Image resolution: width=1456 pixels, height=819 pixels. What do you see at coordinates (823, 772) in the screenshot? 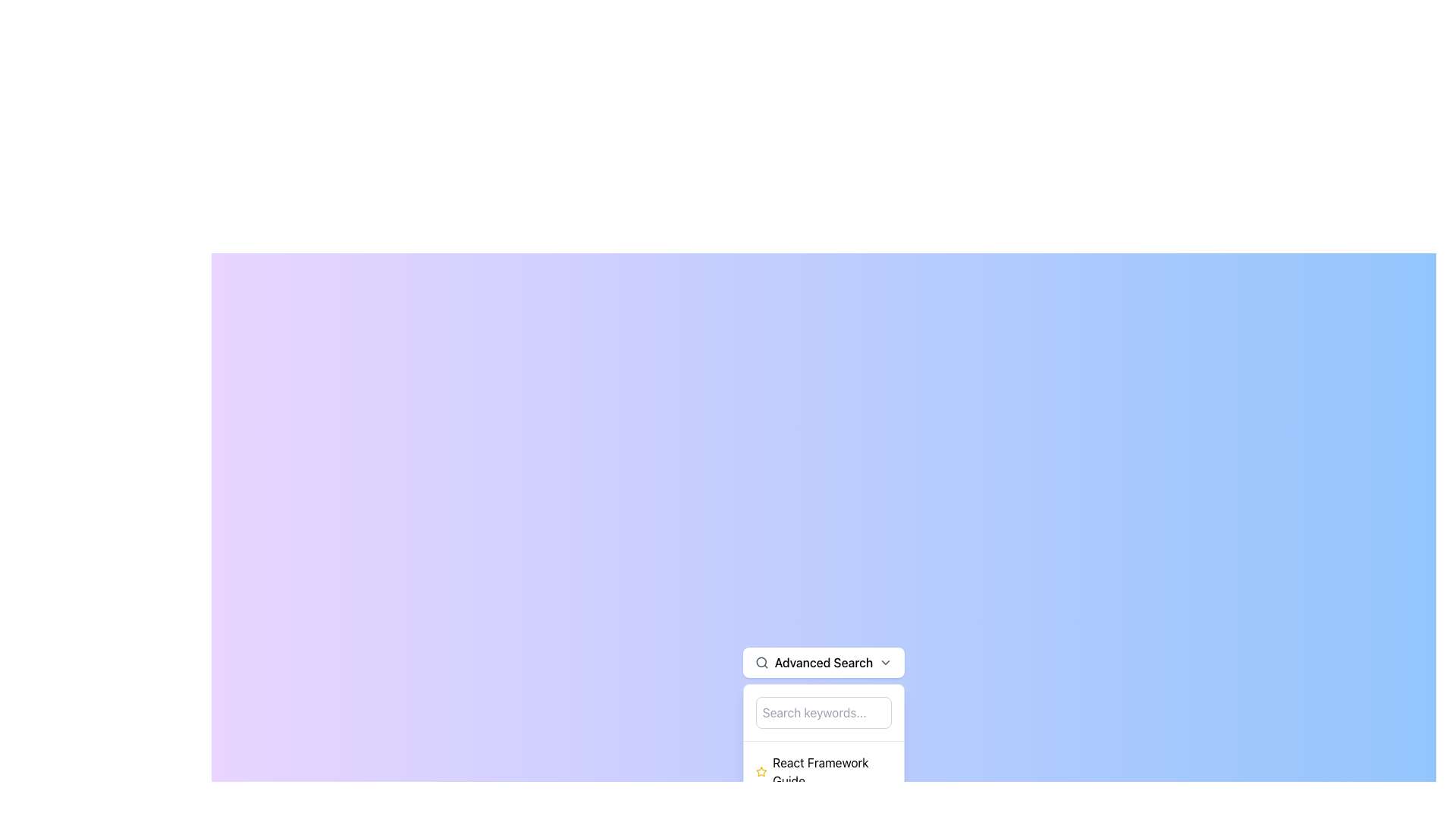
I see `the text label with a star icon representing the 'React Framework Guide' menu item` at bounding box center [823, 772].